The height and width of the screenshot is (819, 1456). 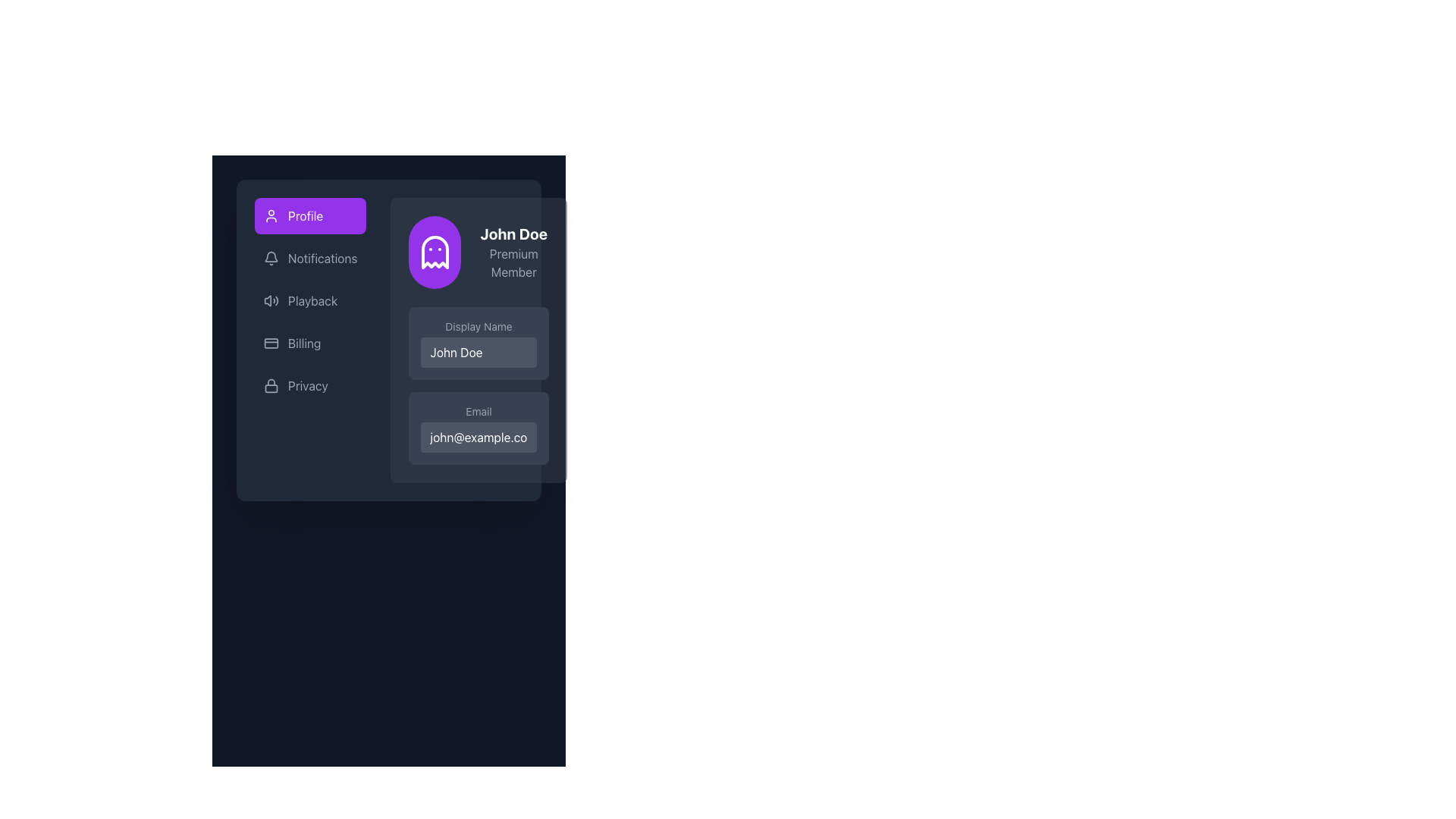 I want to click on the 'Privacy' button, which is the fifth item in the sidebar menu, to trigger the hover effect, so click(x=309, y=385).